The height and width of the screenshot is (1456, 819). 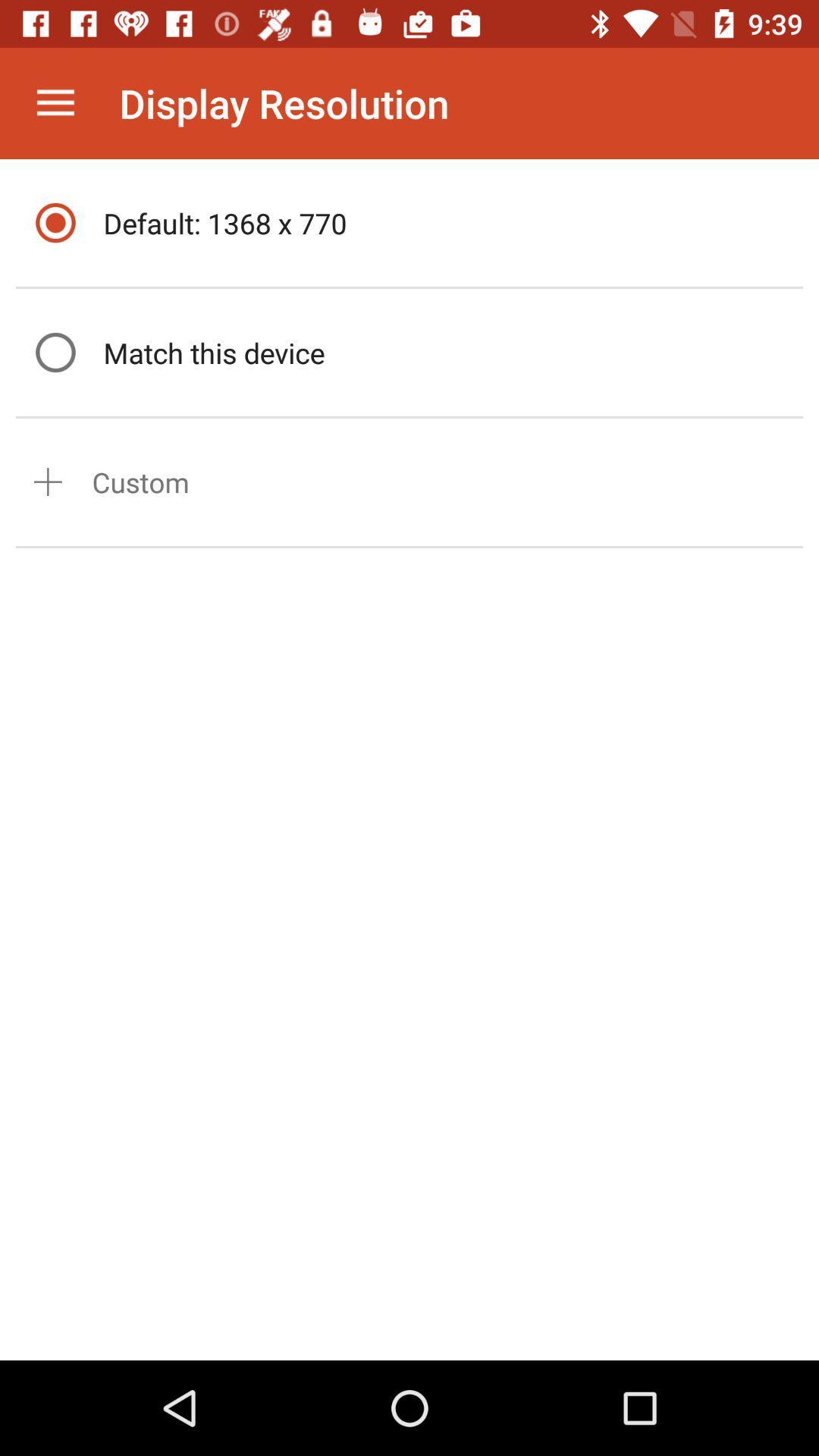 I want to click on match this device item, so click(x=448, y=352).